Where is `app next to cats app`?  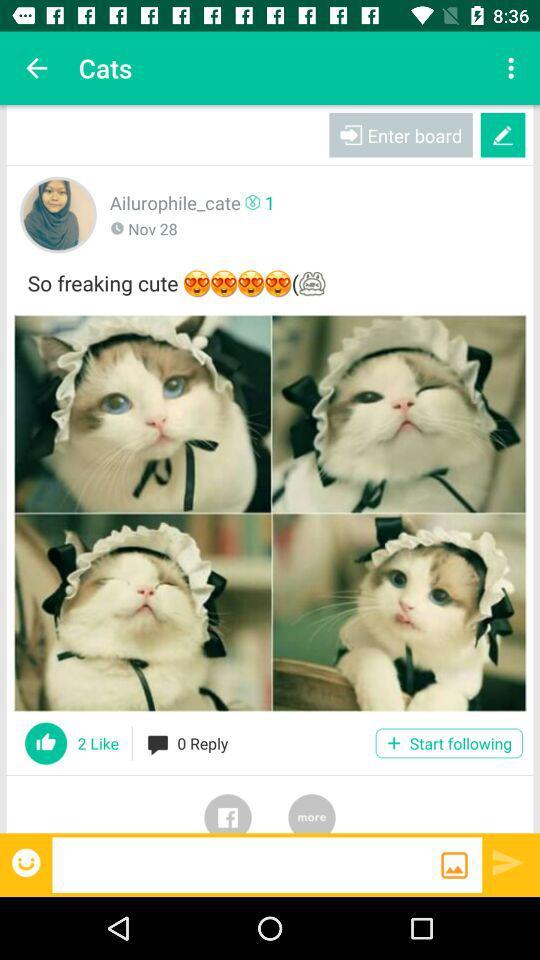
app next to cats app is located at coordinates (36, 68).